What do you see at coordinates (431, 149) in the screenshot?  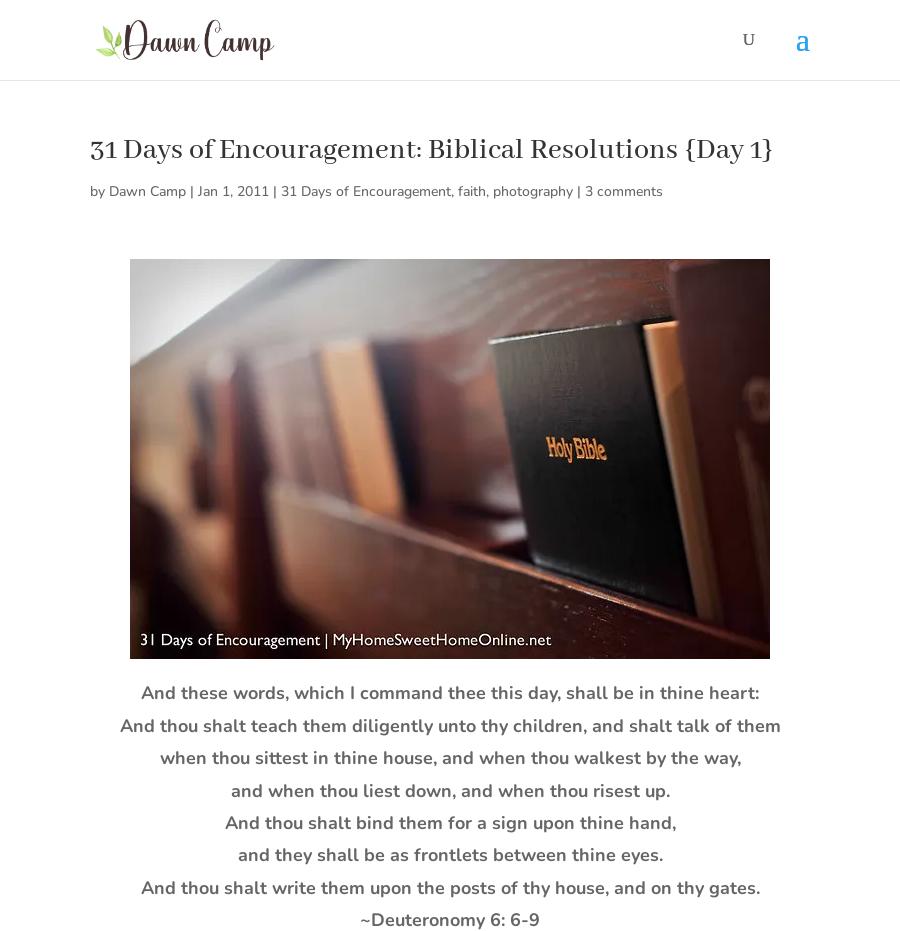 I see `'31 Days of Encouragement: Biblical Resolutions {Day 1}'` at bounding box center [431, 149].